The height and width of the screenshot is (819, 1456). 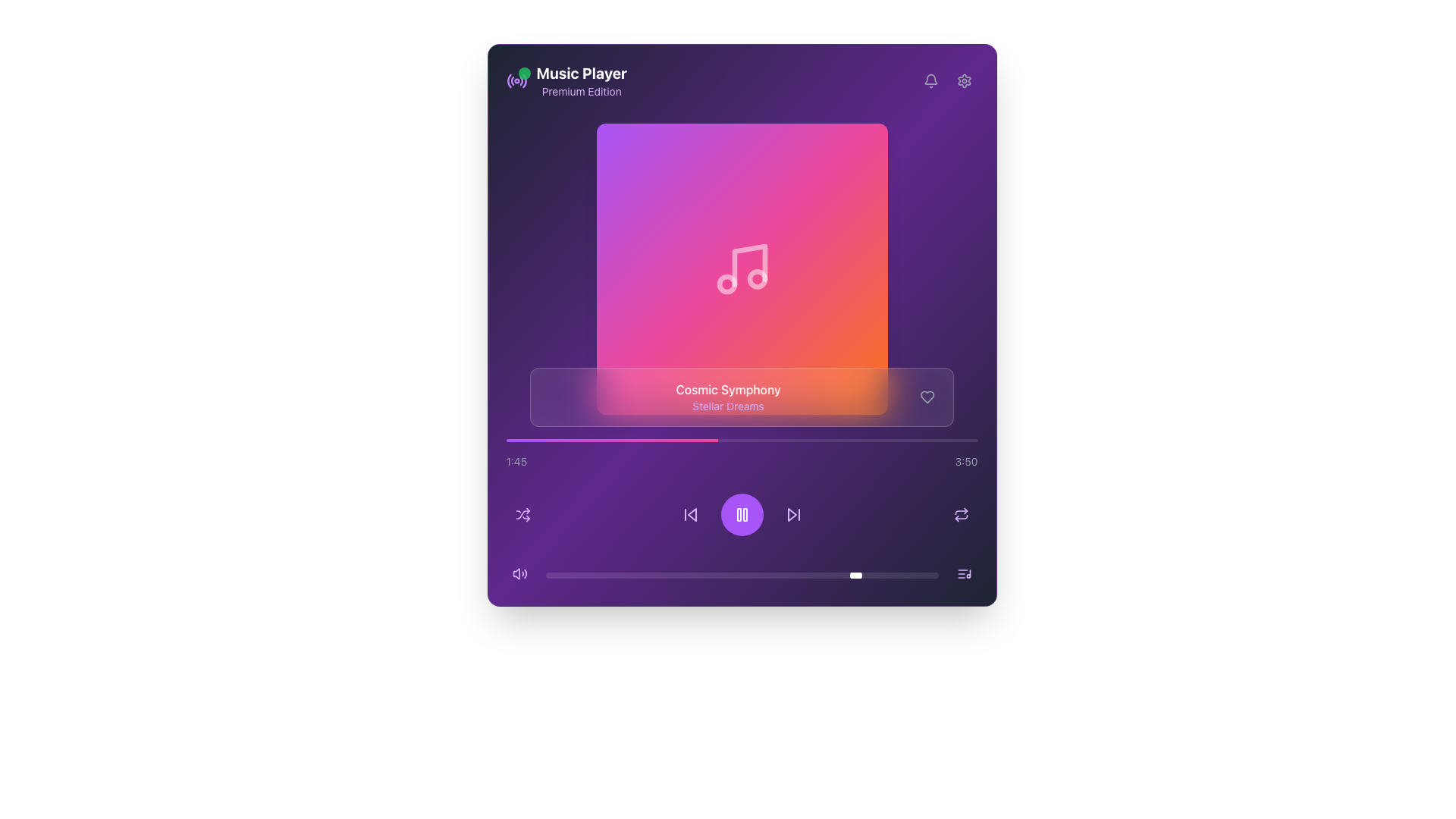 What do you see at coordinates (742, 441) in the screenshot?
I see `the Progress bar, which visually indicates the current playback position in the audio track and is located centrally below the album information and above the playback controls` at bounding box center [742, 441].